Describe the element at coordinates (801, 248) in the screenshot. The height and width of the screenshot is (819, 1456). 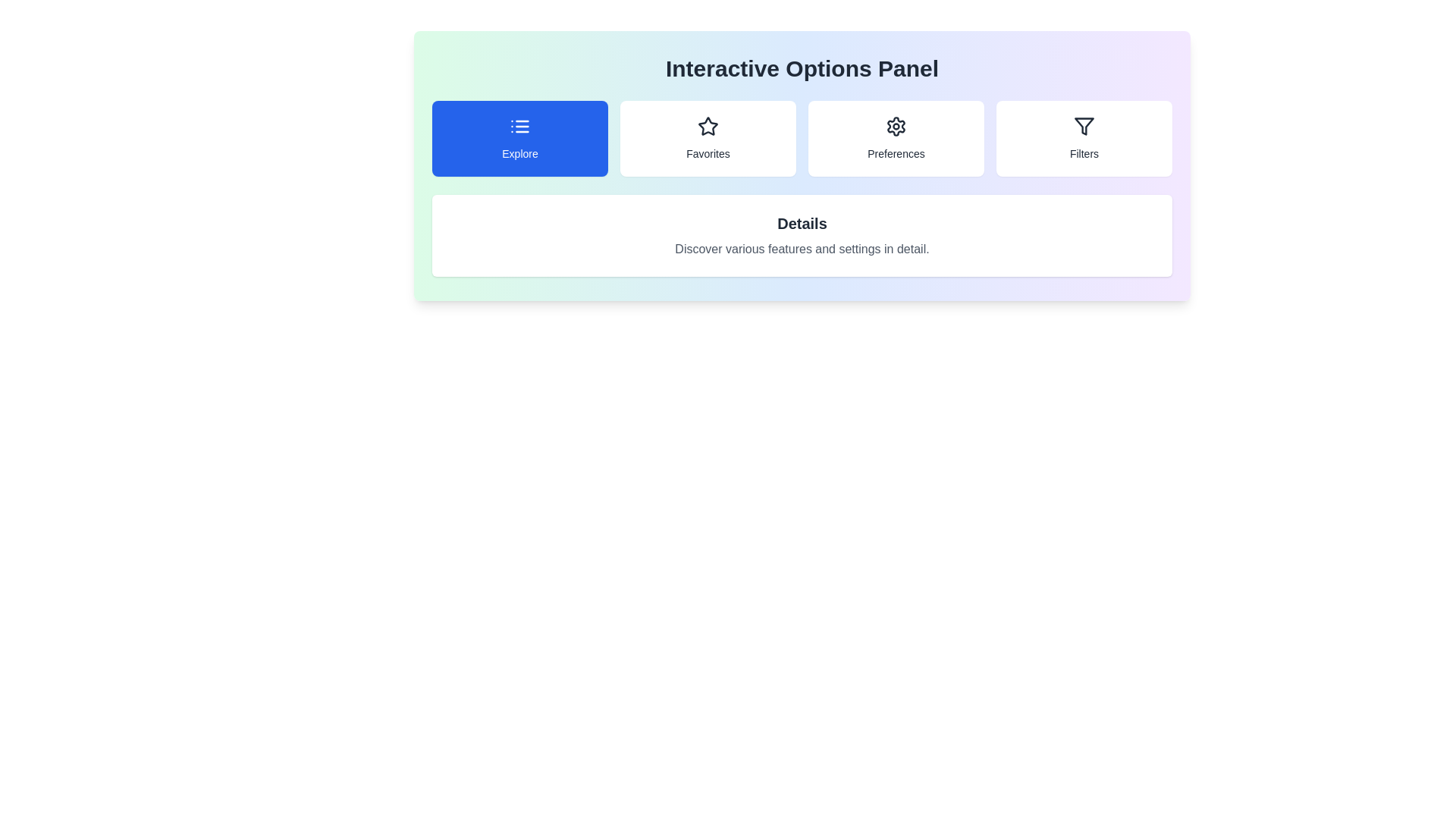
I see `the informative text located directly below the 'Details' heading` at that location.